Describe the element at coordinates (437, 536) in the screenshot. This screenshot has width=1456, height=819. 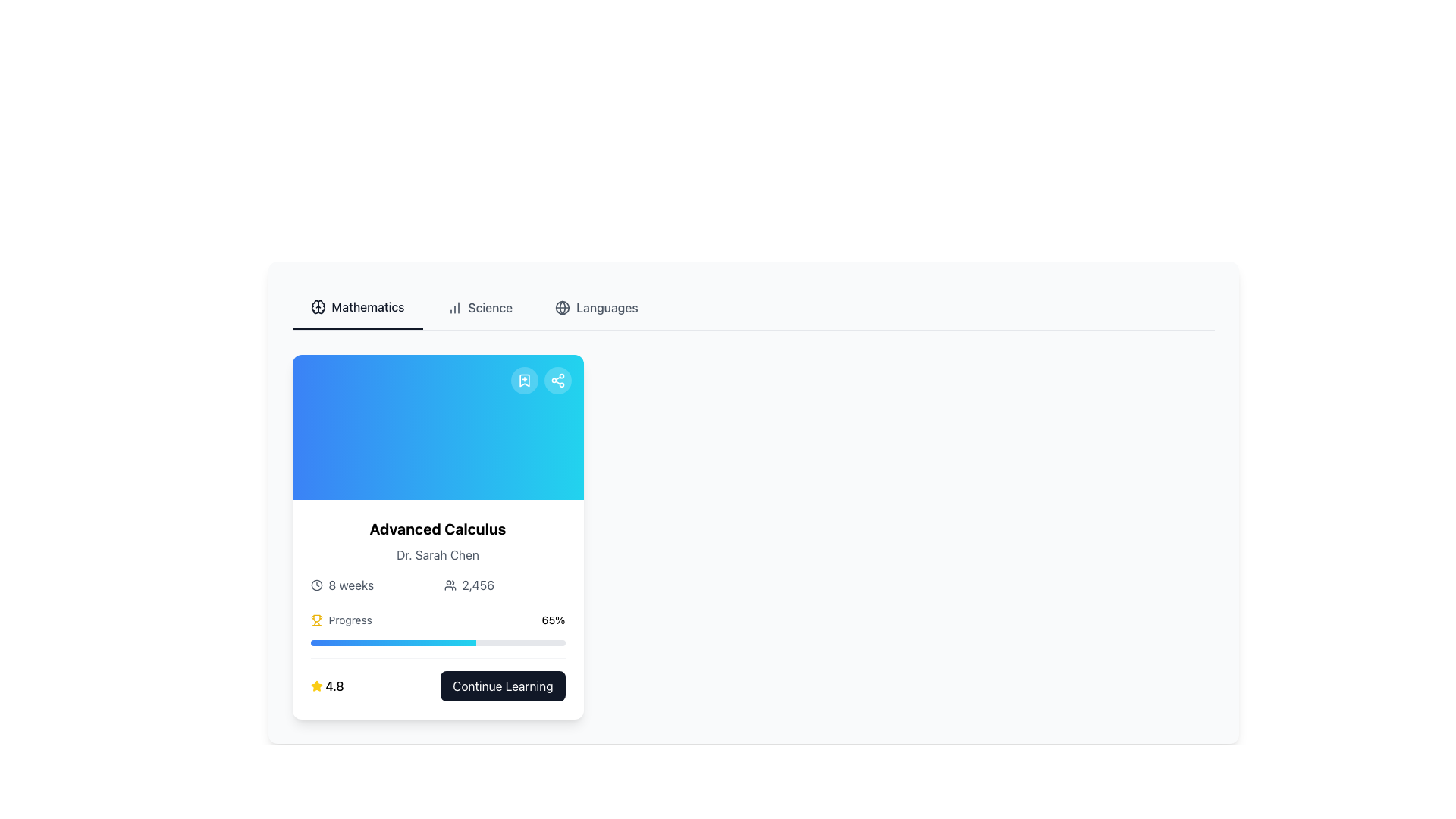
I see `the 'Advanced Calculus' course card` at that location.